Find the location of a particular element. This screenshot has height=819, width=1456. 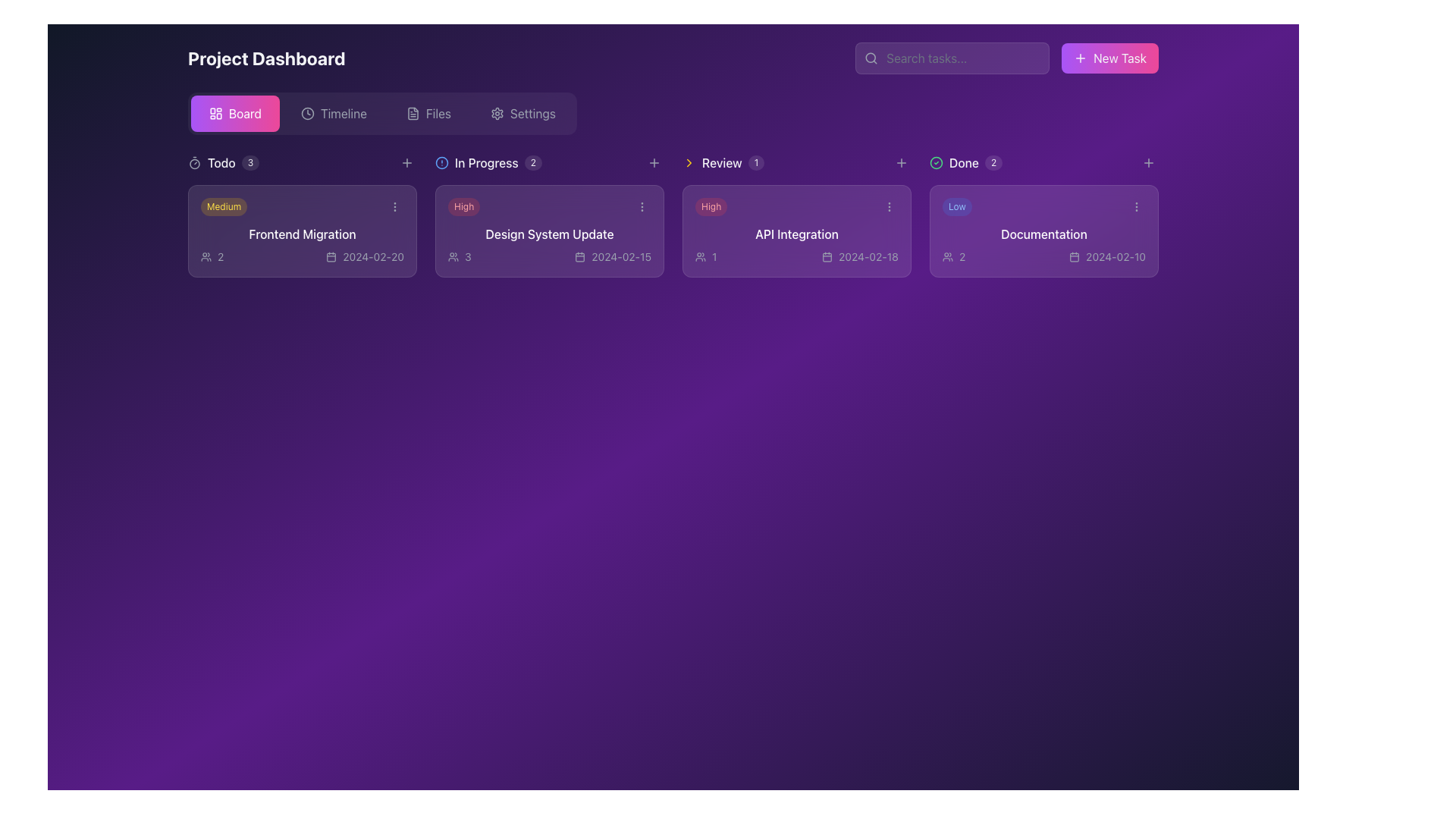

the numeric label indicating the number of users associated with the 'Frontend Migration' task card located in the 'To-do' section, positioned to the right of the people icon and above the date section is located at coordinates (220, 256).